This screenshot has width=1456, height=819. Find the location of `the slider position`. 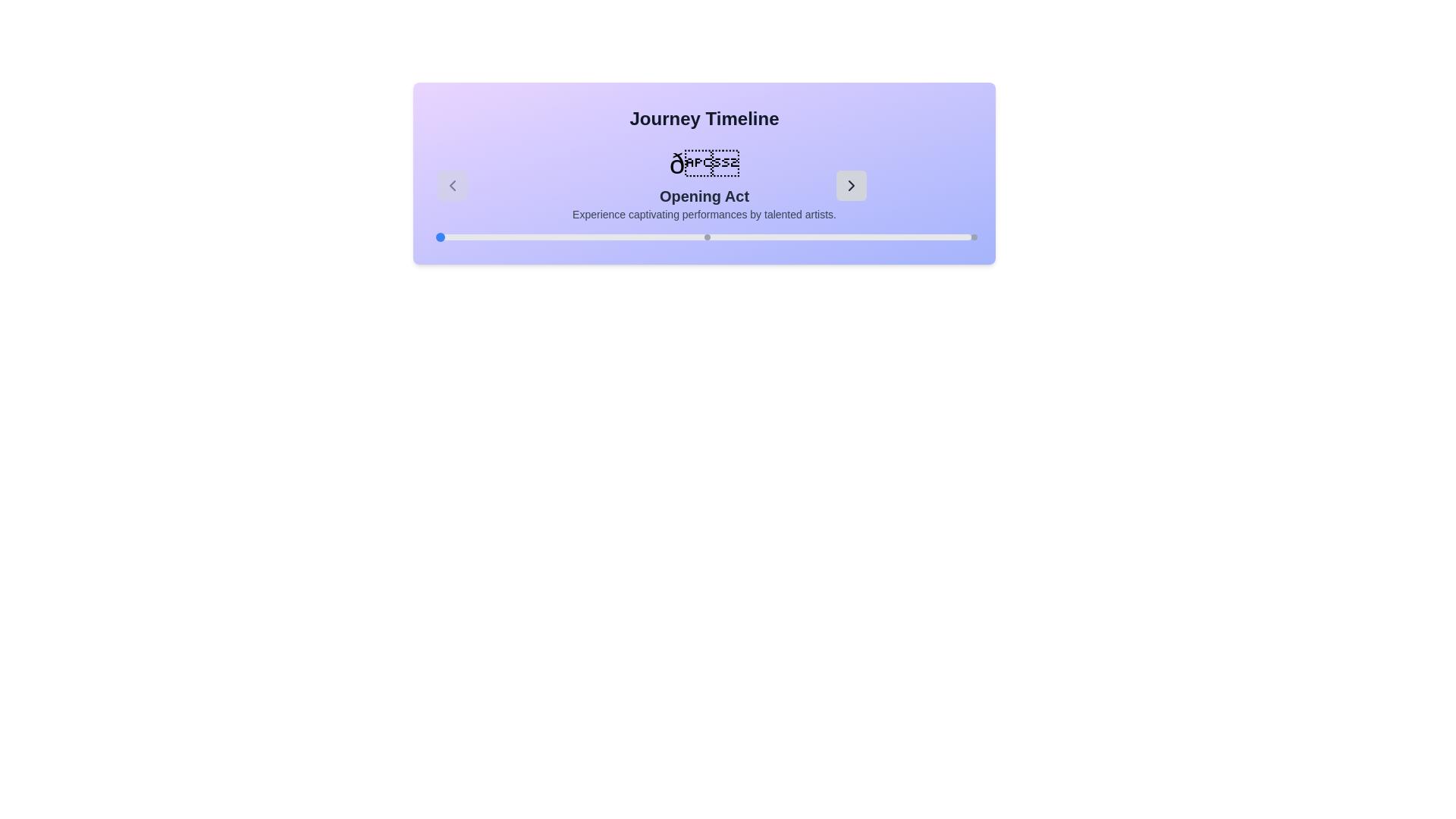

the slider position is located at coordinates (602, 237).